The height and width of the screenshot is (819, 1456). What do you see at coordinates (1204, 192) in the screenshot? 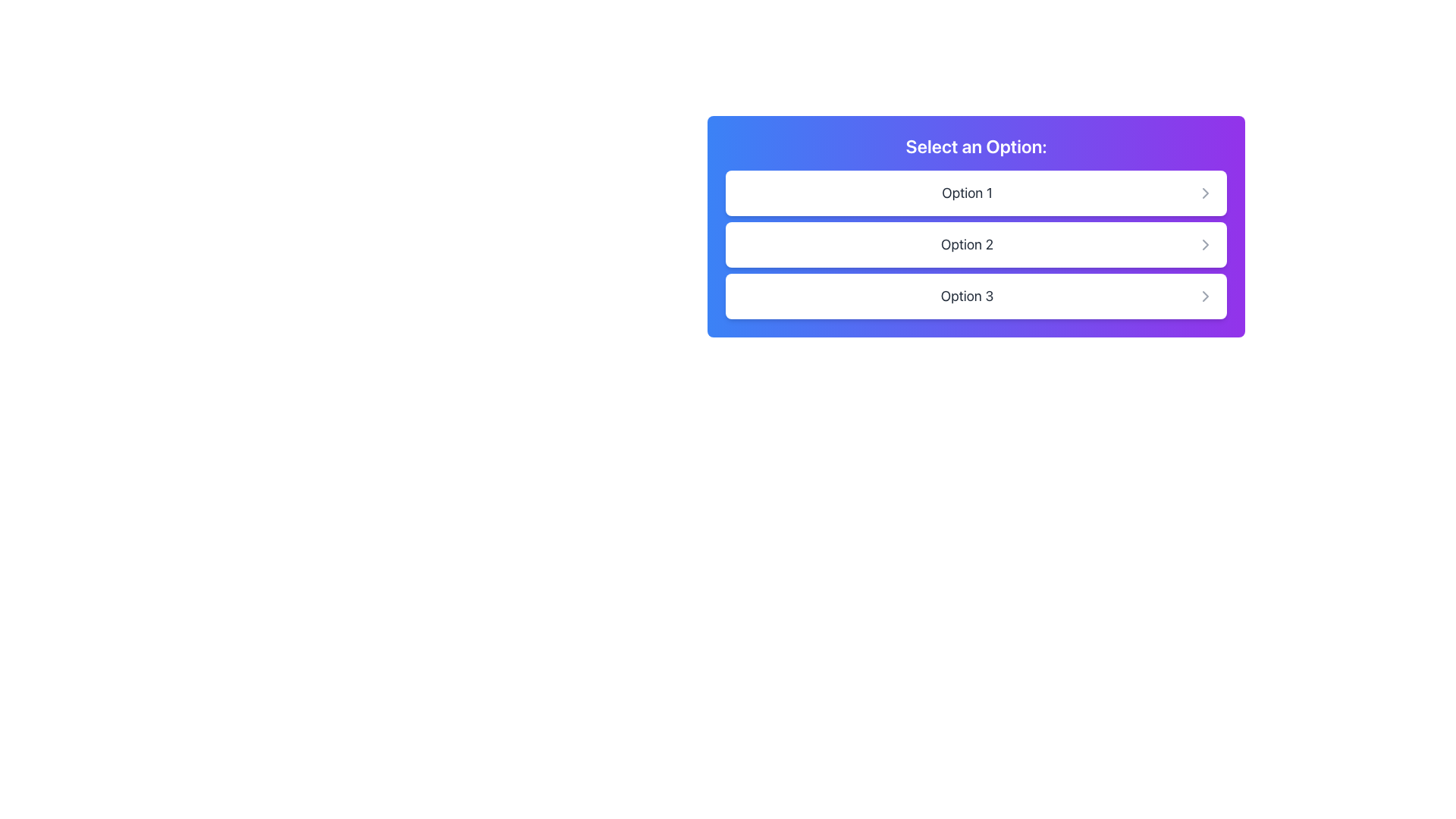
I see `the right-facing chevron arrow icon located at the far right of the 'Option 1' button` at bounding box center [1204, 192].